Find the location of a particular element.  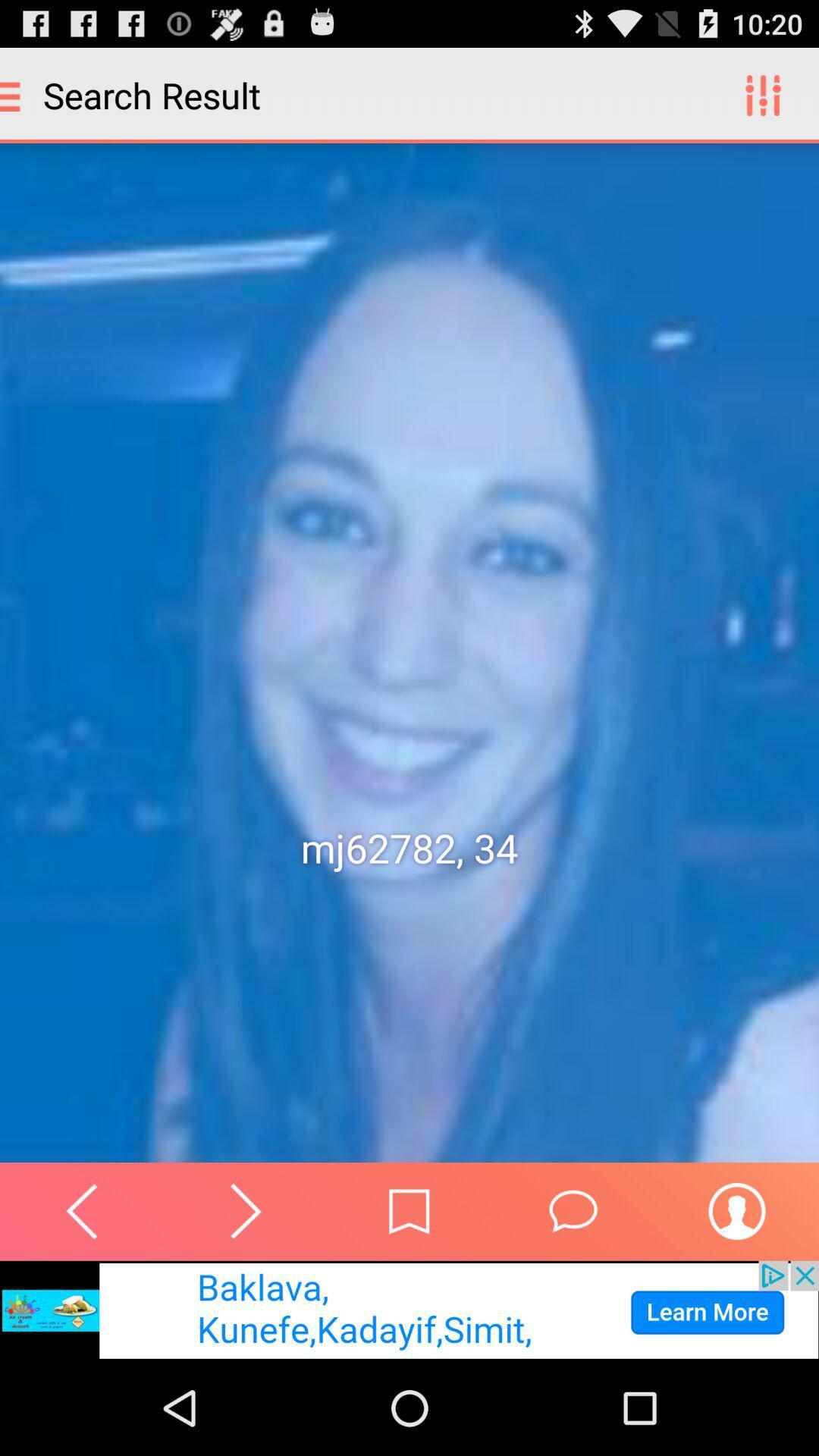

comment is located at coordinates (573, 1210).